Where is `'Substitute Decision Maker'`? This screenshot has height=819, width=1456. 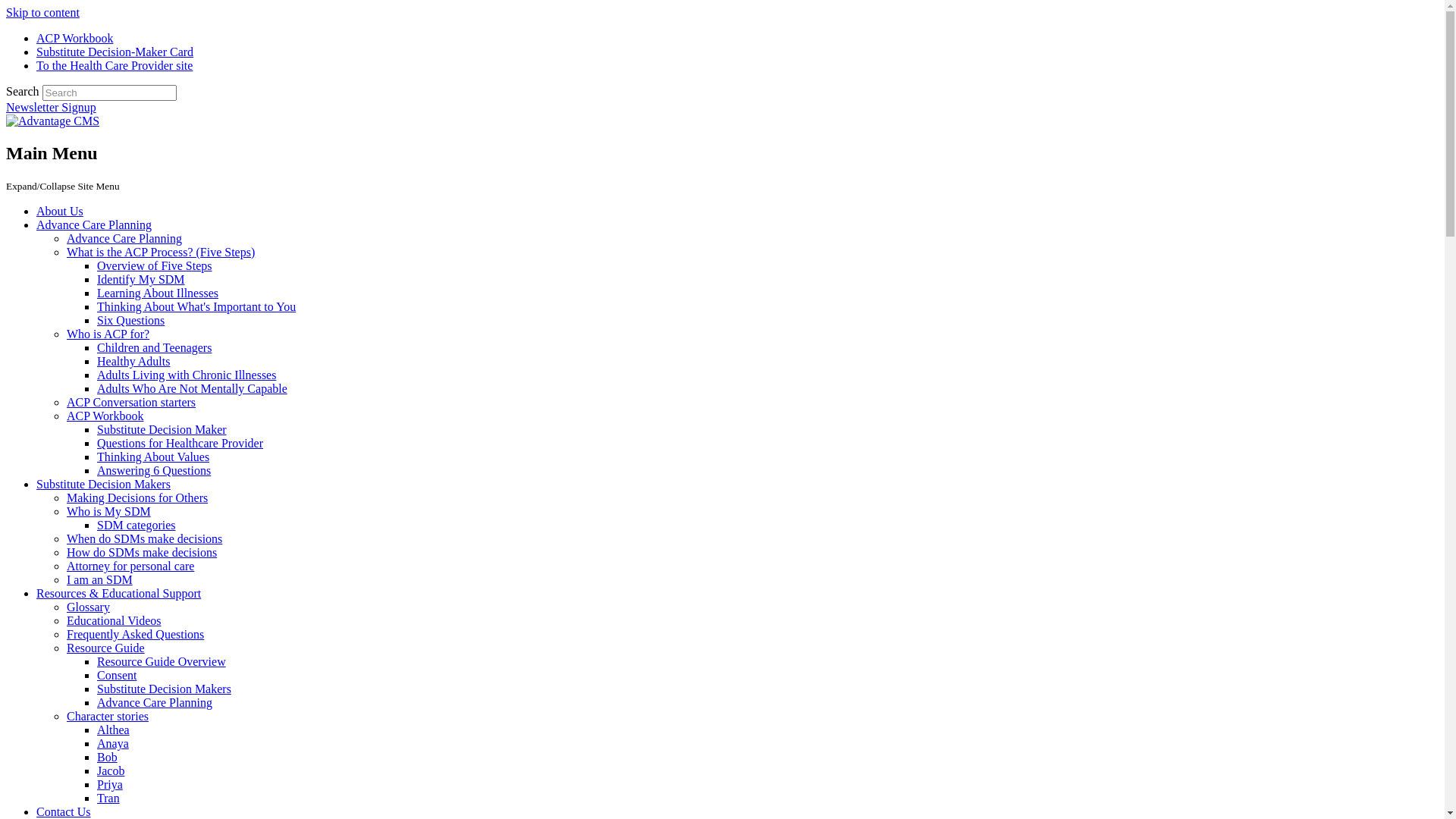 'Substitute Decision Maker' is located at coordinates (162, 429).